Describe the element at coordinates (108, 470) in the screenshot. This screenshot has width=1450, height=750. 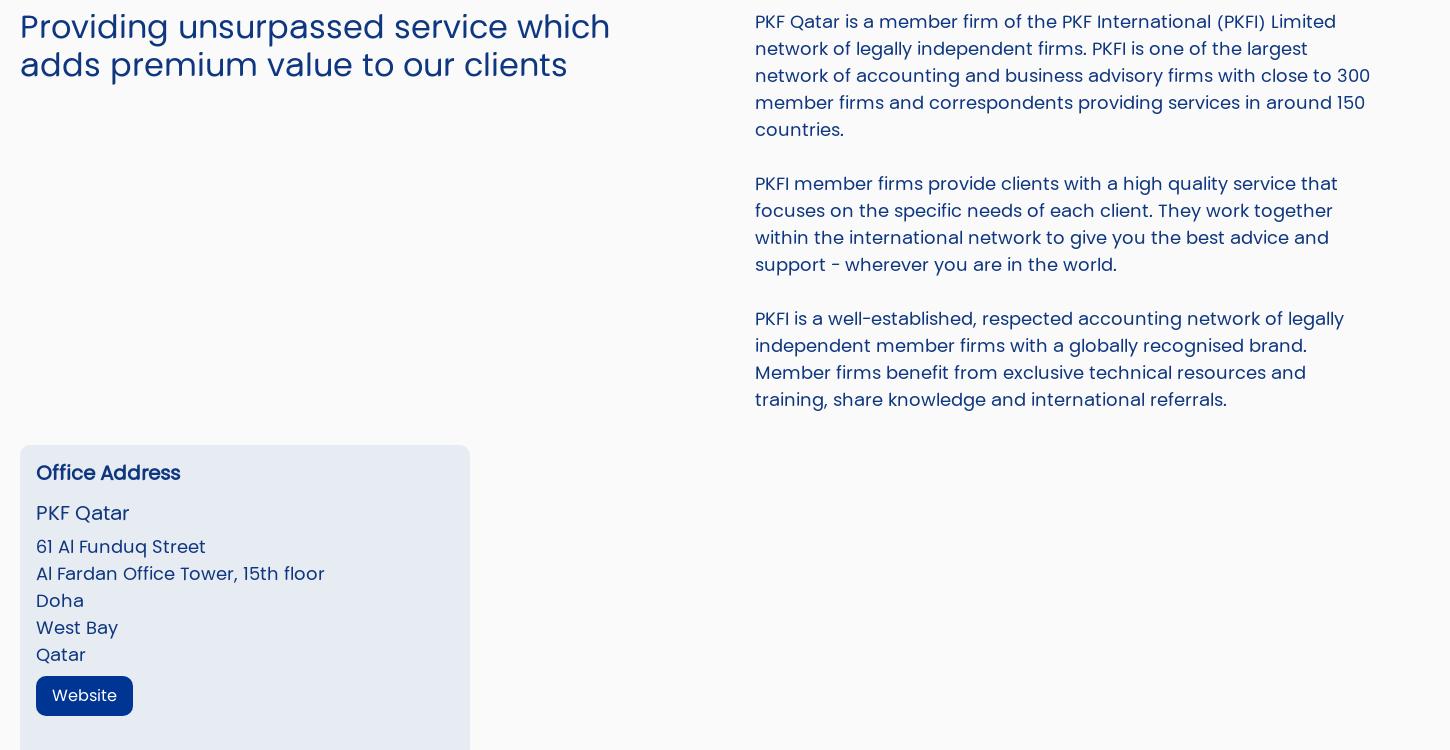
I see `'Office Address'` at that location.